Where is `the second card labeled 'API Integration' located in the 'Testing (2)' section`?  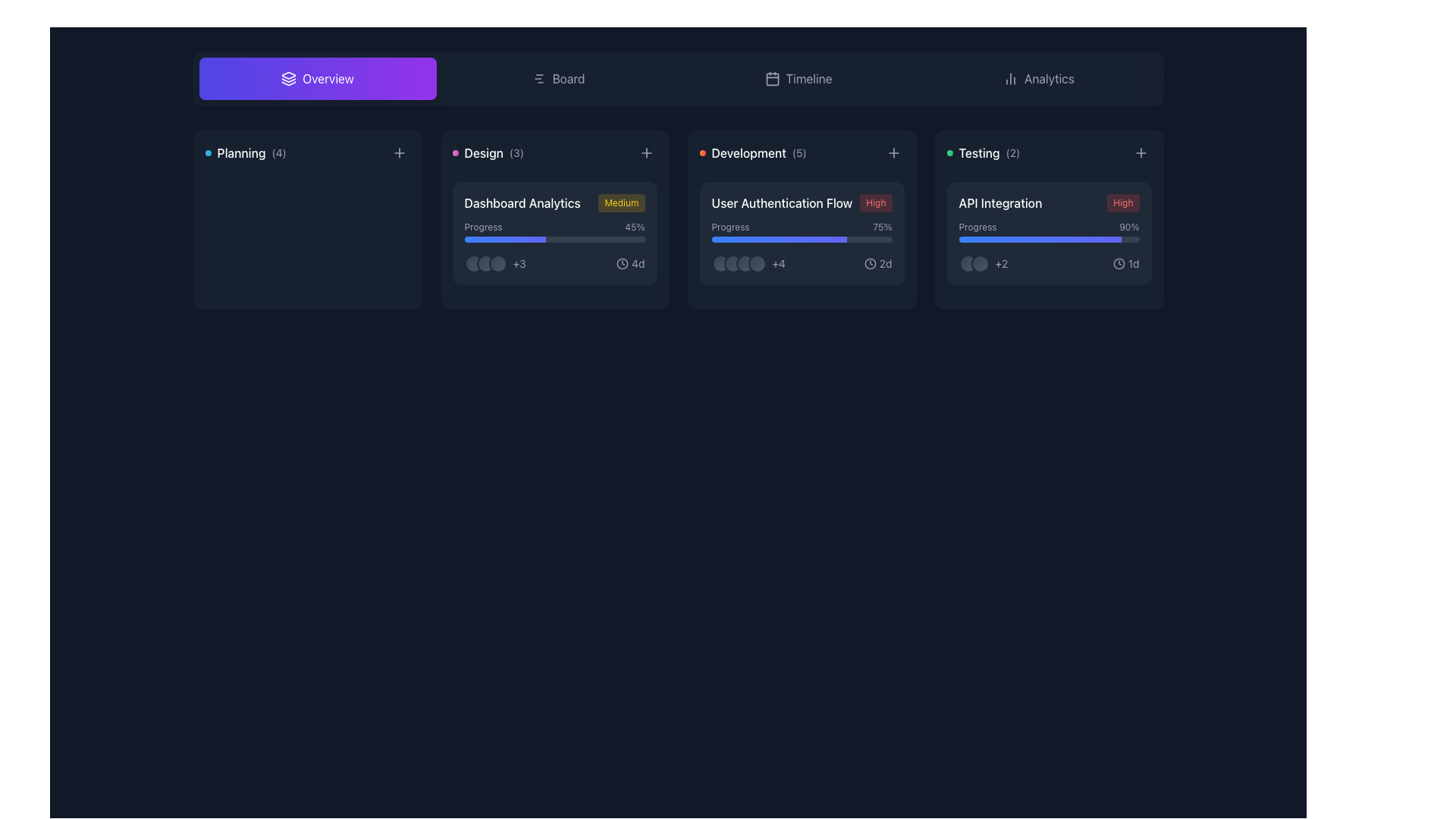
the second card labeled 'API Integration' located in the 'Testing (2)' section is located at coordinates (1048, 234).